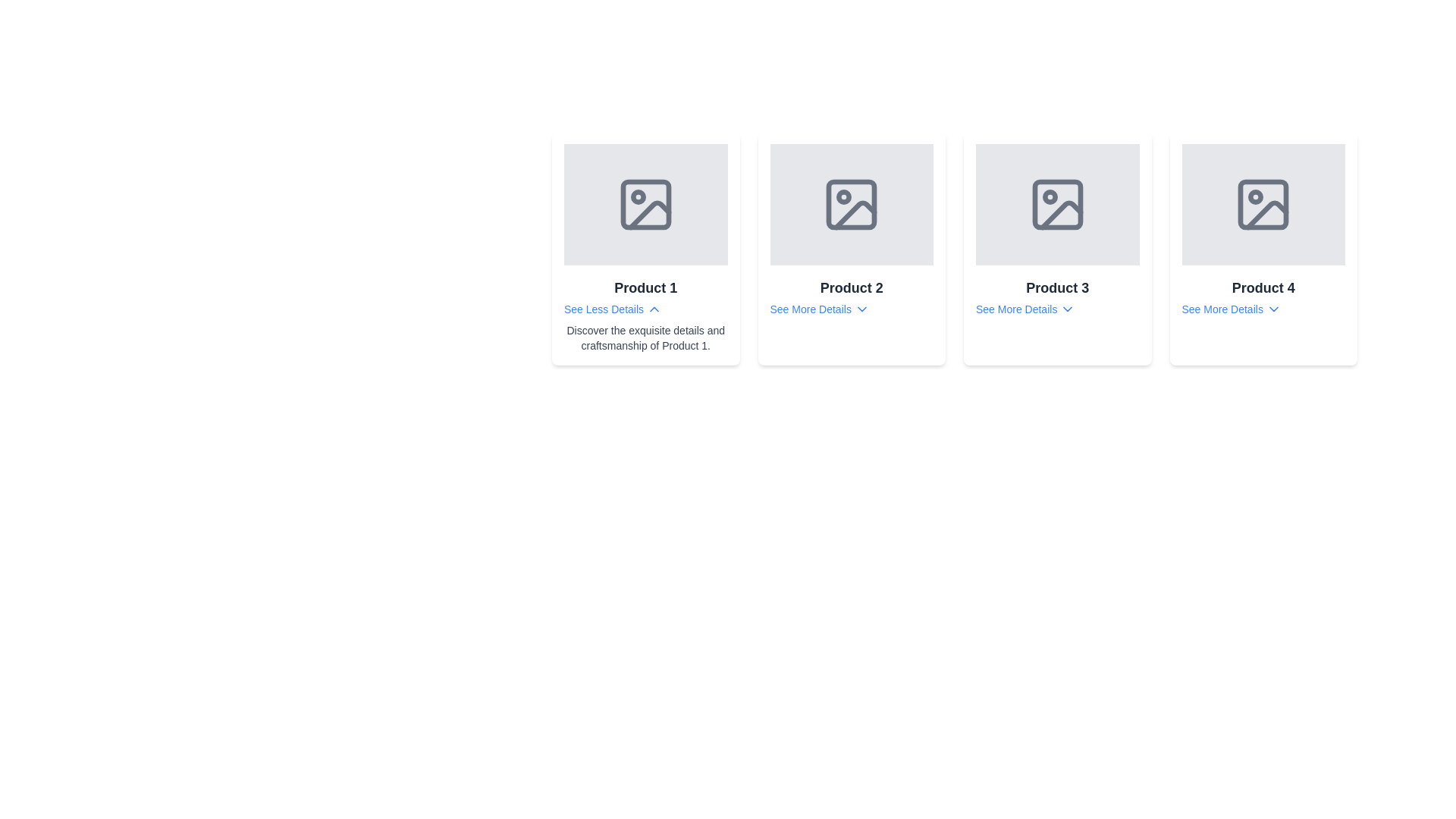 The height and width of the screenshot is (819, 1456). I want to click on the text label that reads 'Discover the exquisite details and craftsmanship of Product 1.' located below the 'See Less Details' link within the 'Product 1' card, so click(645, 337).